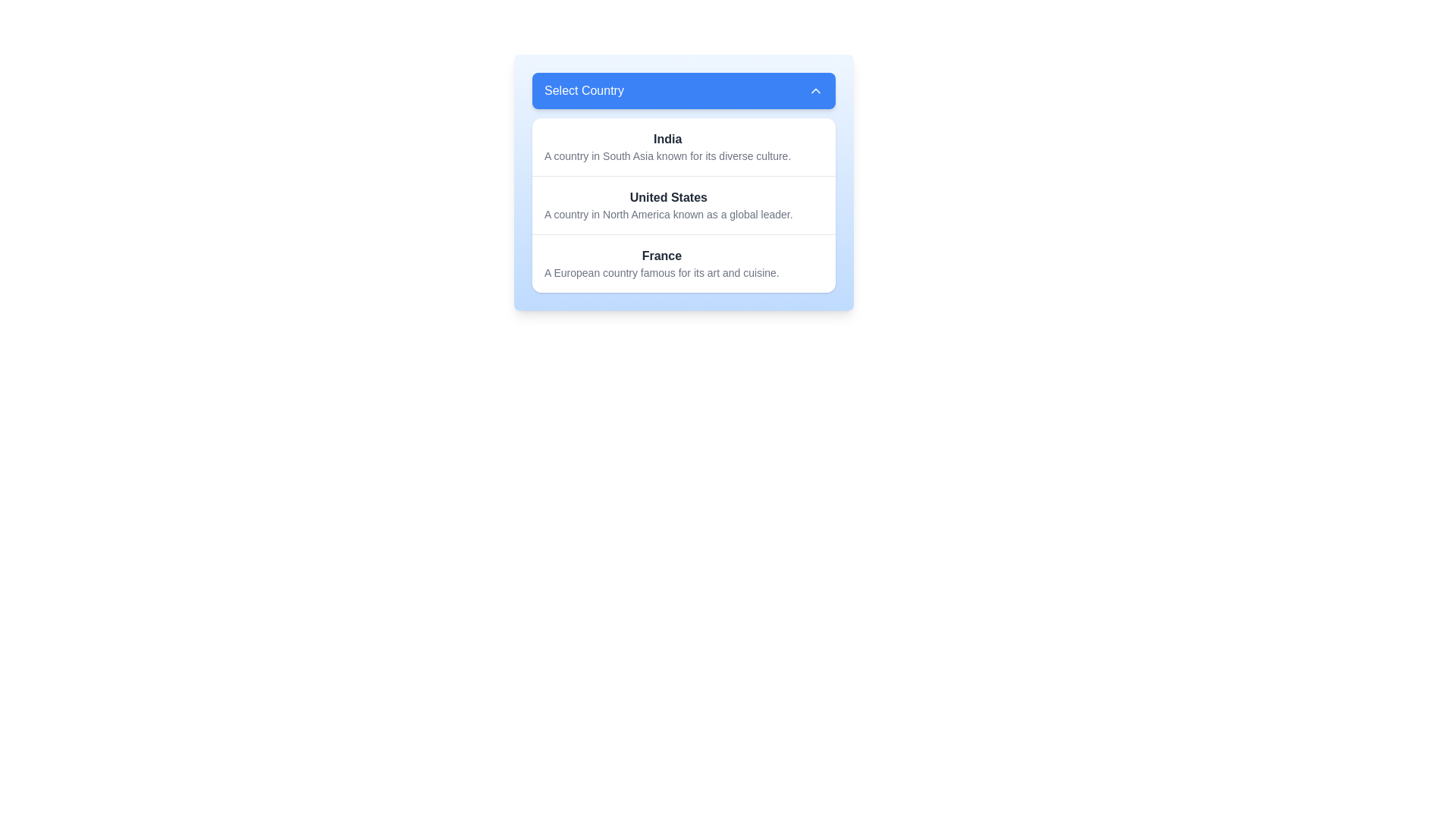  Describe the element at coordinates (667, 146) in the screenshot. I see `the first selectable item in the dropdown menu that provides information about 'India', which is located directly below the blue header labeled 'Select Country'` at that location.